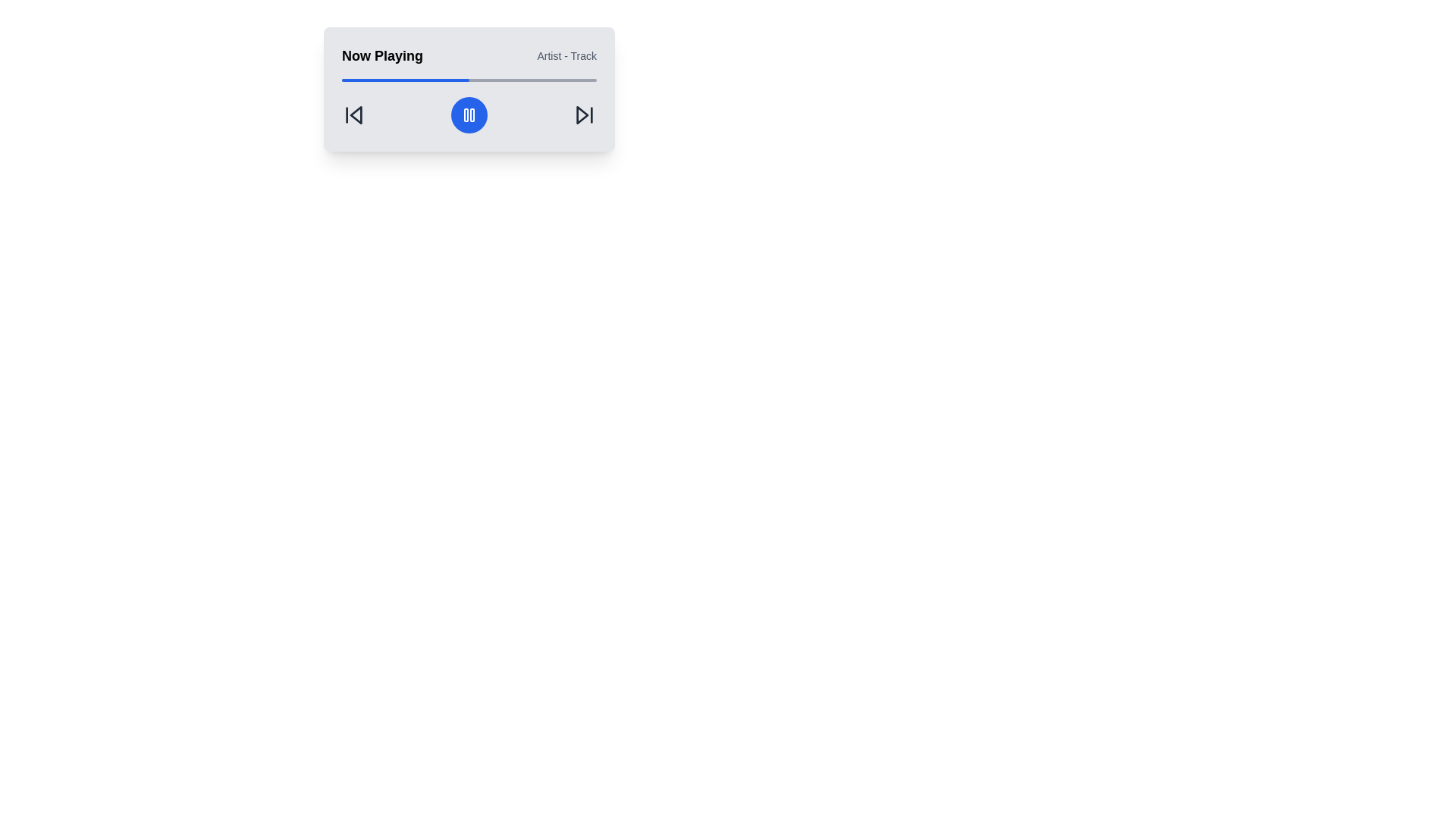  Describe the element at coordinates (423, 80) in the screenshot. I see `the progress of the bar` at that location.